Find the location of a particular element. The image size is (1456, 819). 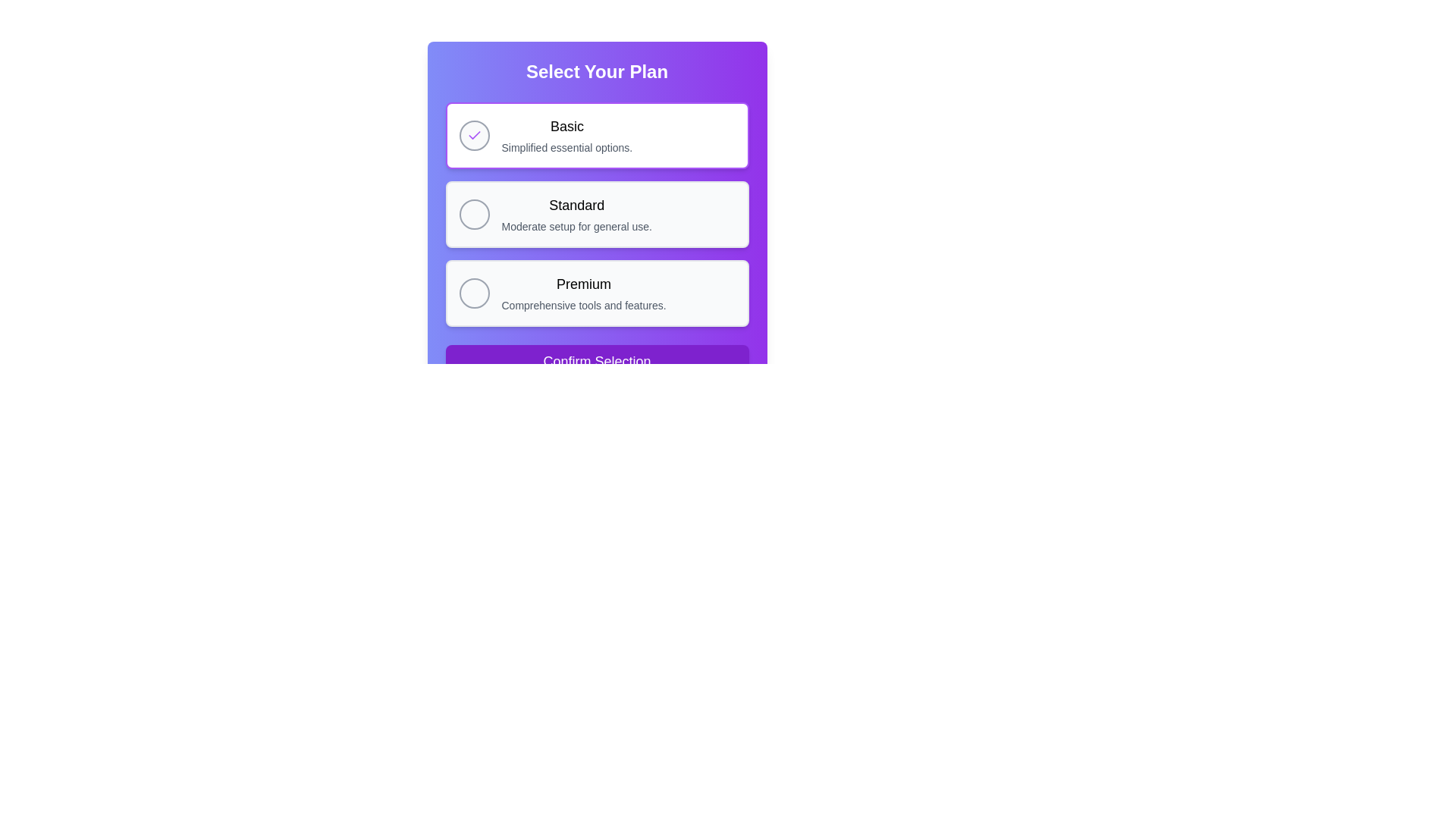

the icon representing the 'Basic' plan option is located at coordinates (473, 134).